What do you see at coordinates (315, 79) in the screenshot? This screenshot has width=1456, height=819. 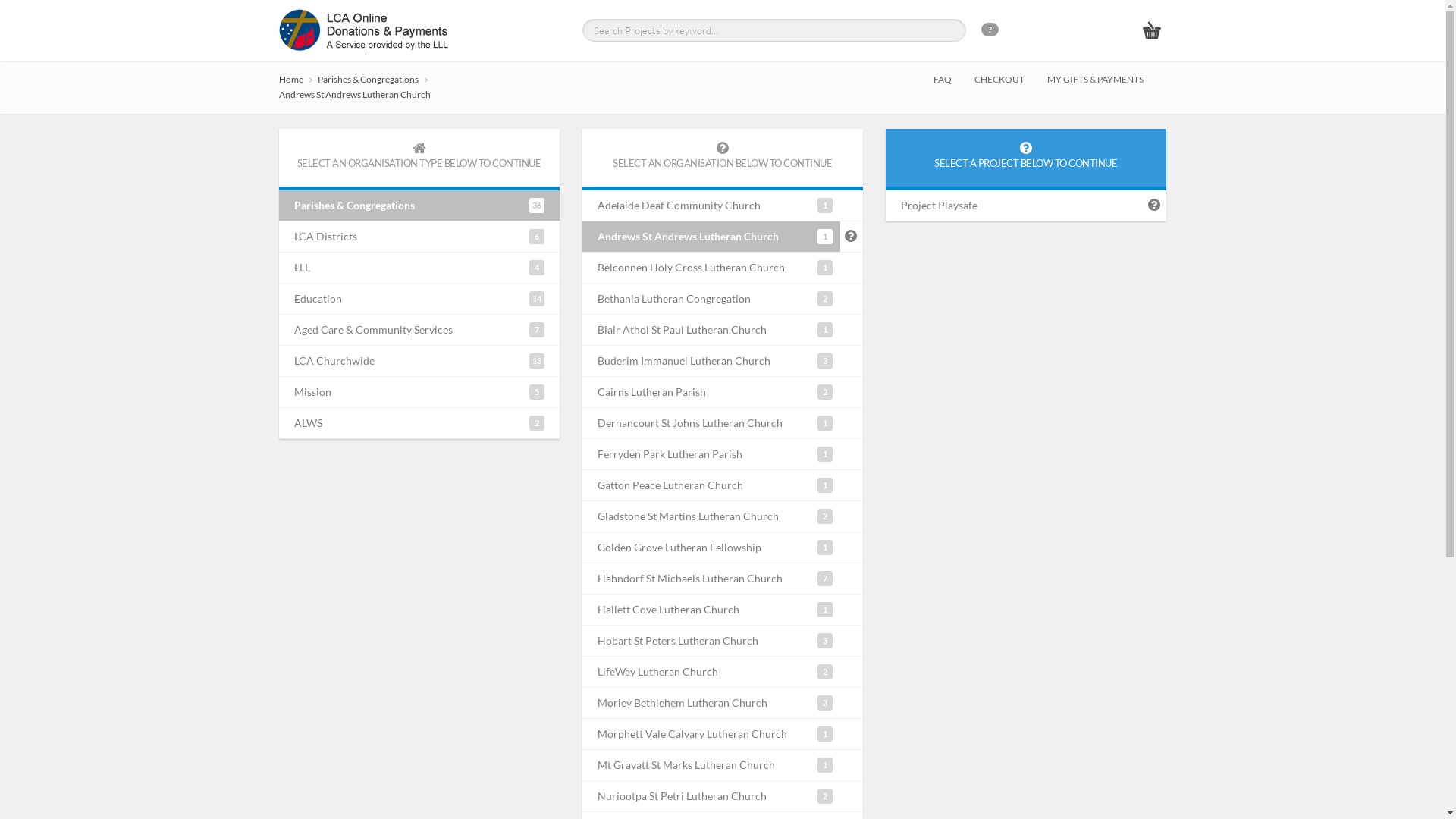 I see `'Parishes & Congregations'` at bounding box center [315, 79].